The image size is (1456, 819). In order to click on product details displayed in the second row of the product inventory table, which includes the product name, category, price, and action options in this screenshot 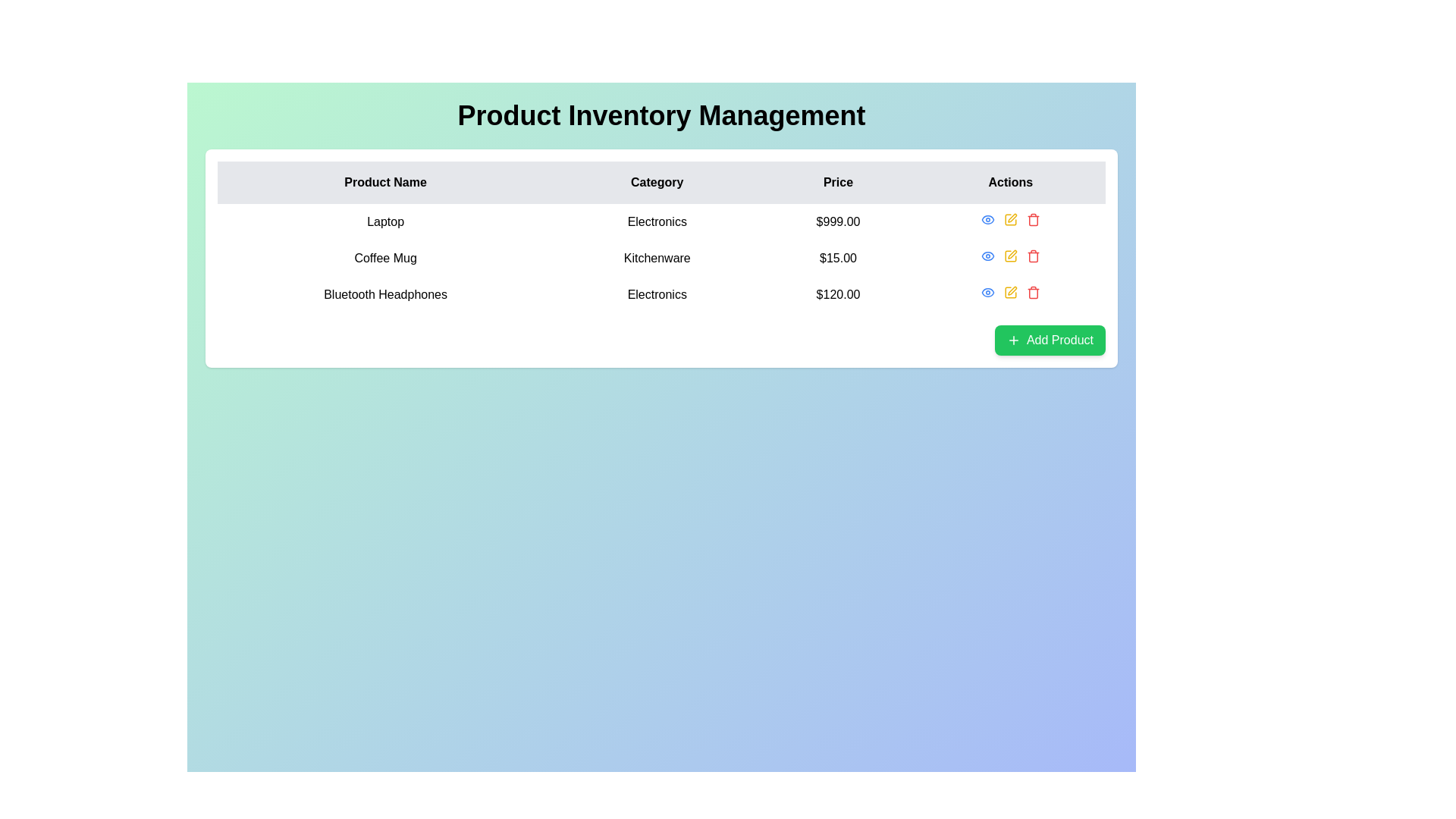, I will do `click(661, 257)`.